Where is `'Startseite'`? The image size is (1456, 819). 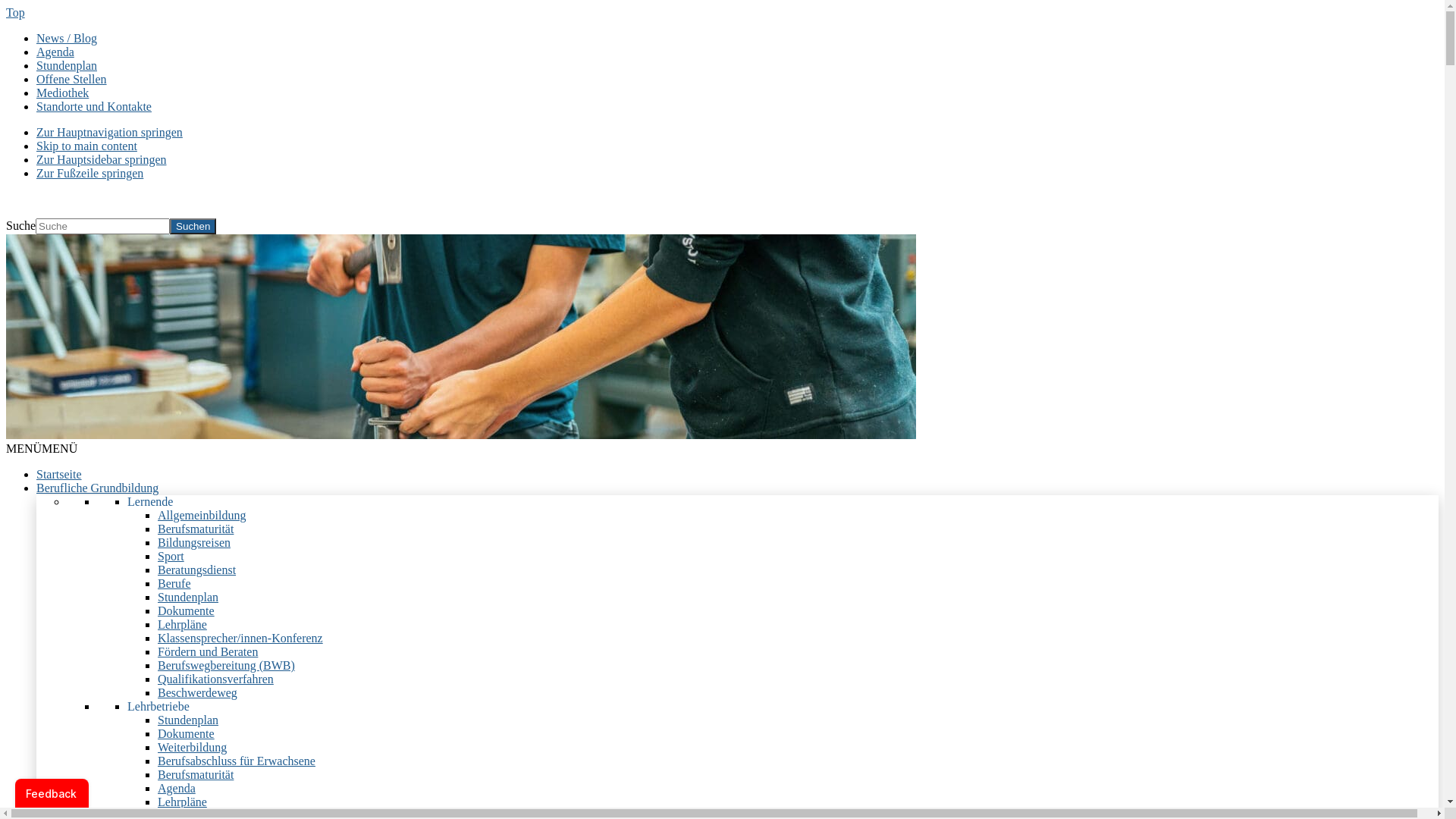 'Startseite' is located at coordinates (36, 473).